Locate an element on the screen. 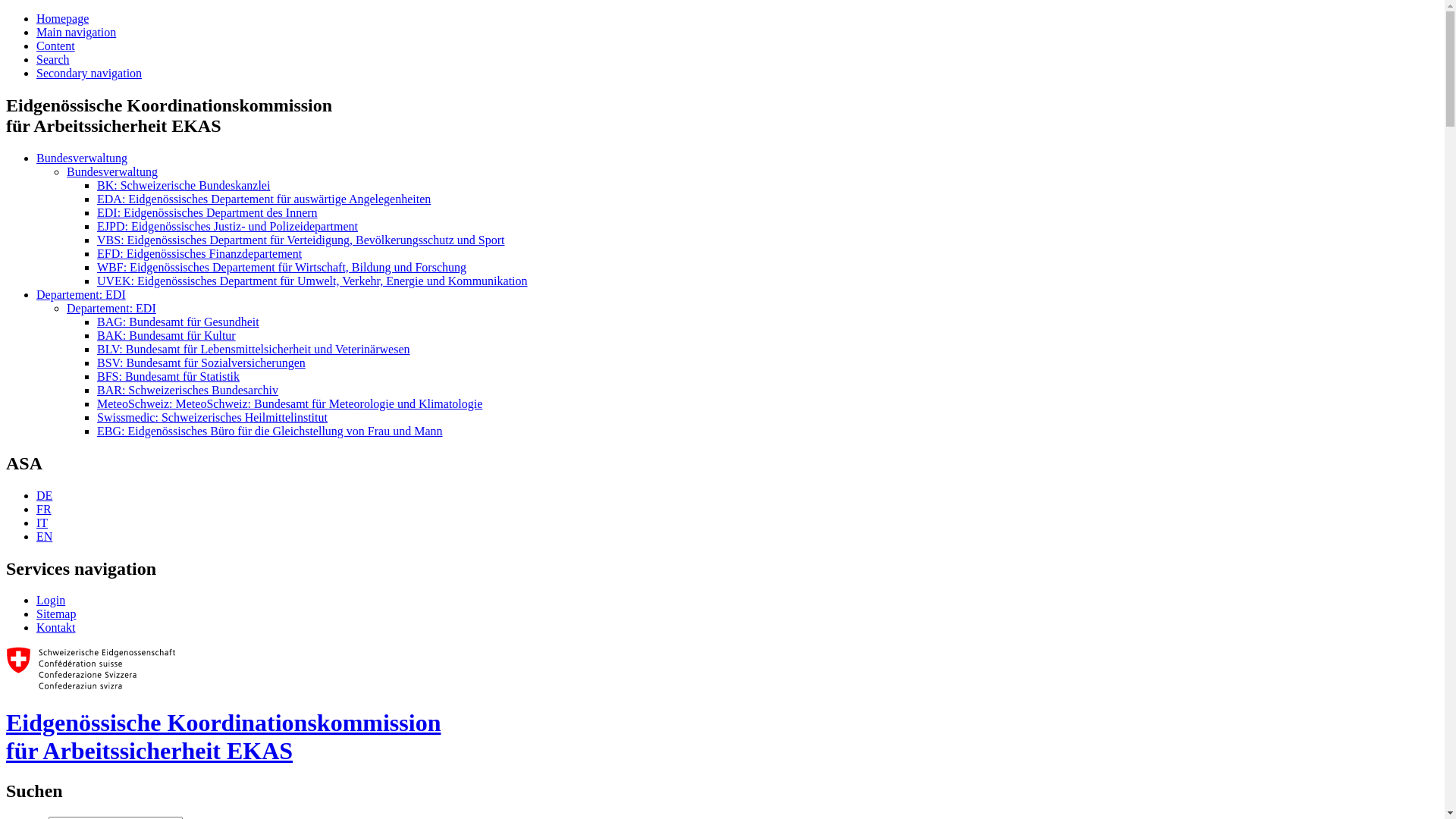  'Search' is located at coordinates (53, 58).